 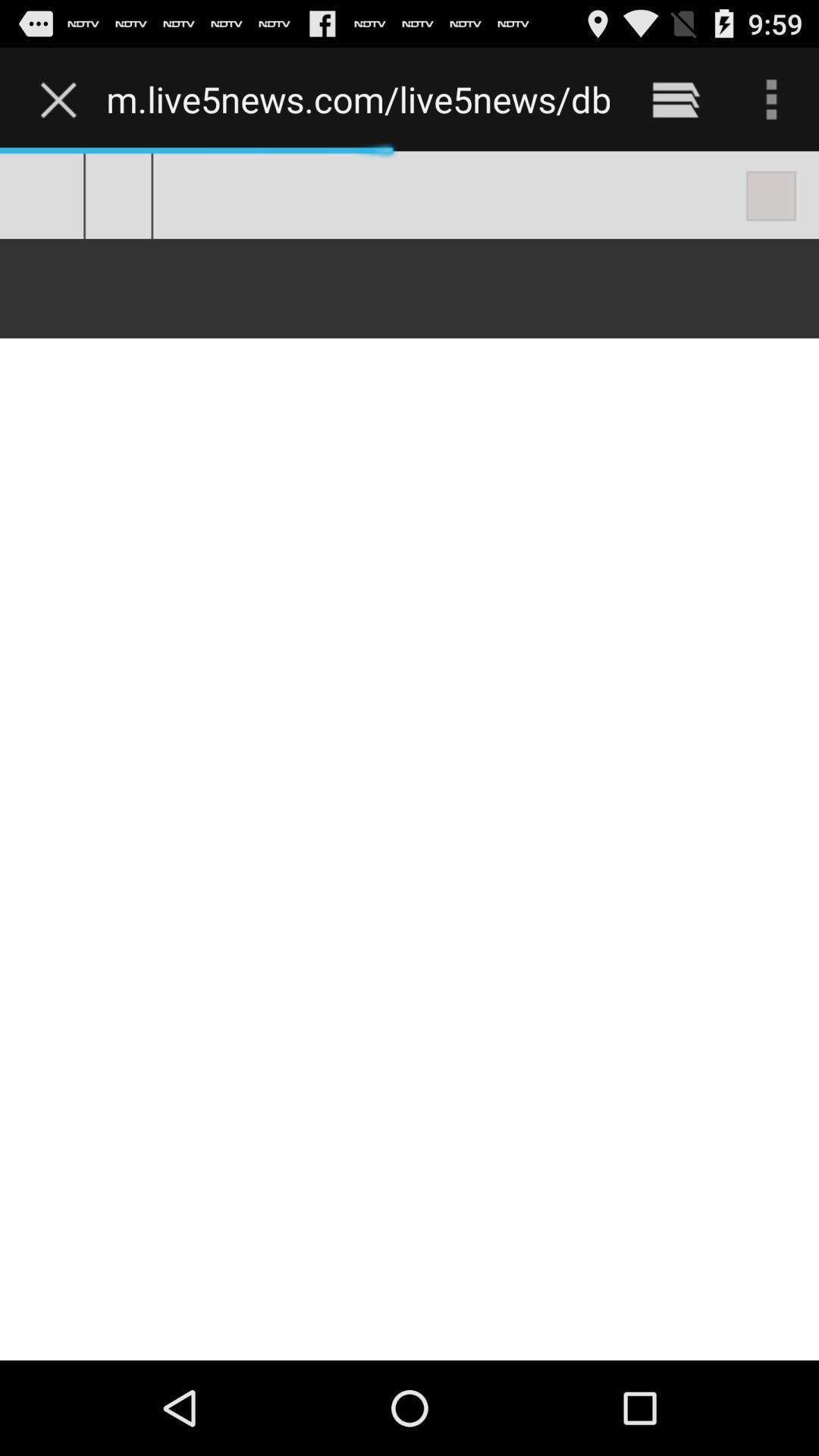 What do you see at coordinates (61, 99) in the screenshot?
I see `icon to the left of the m live5news com item` at bounding box center [61, 99].